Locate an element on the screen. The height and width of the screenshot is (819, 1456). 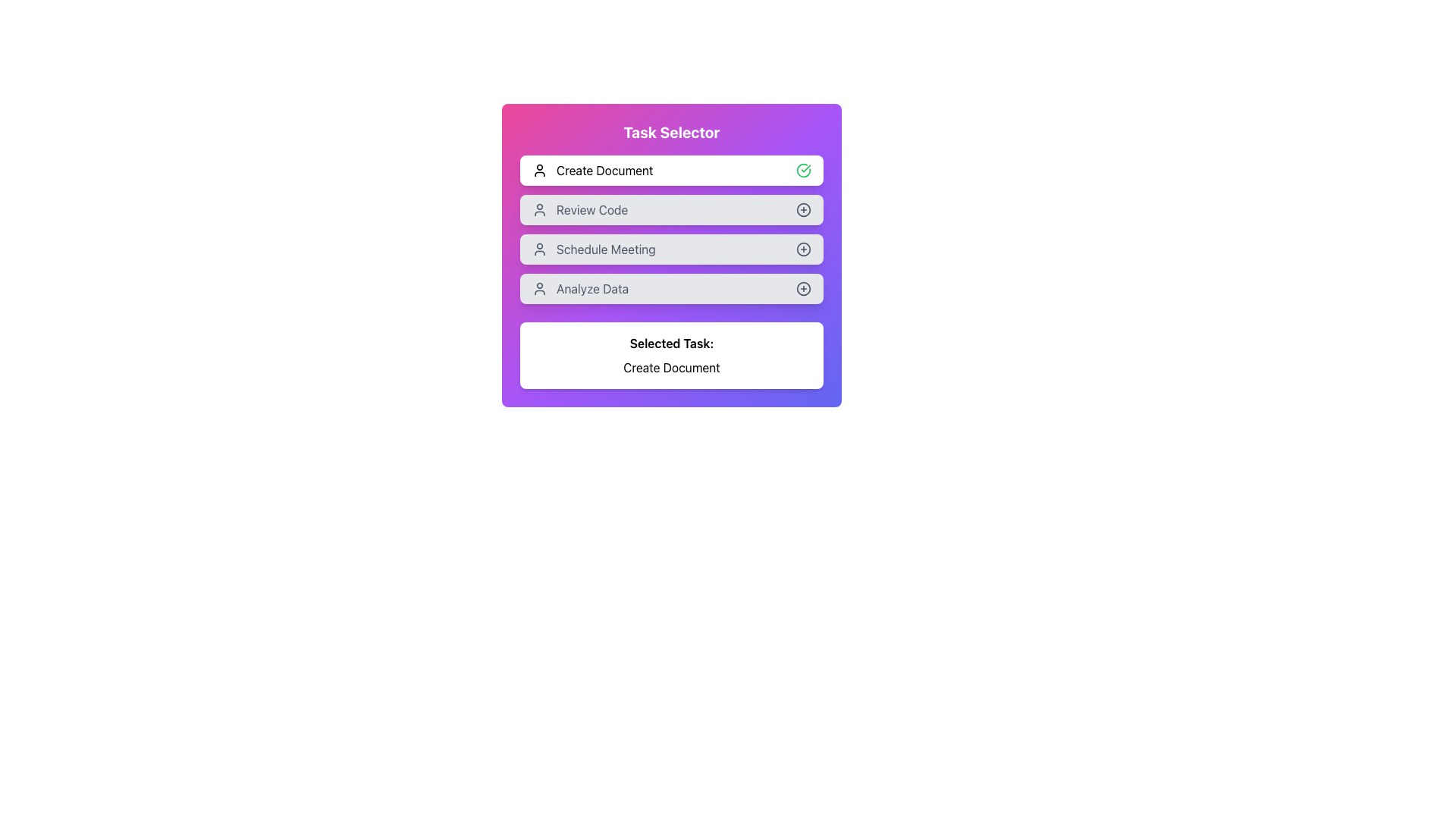
the user profile silhouette icon located to the left of the 'Schedule Meeting' text label in the task options list is located at coordinates (539, 248).